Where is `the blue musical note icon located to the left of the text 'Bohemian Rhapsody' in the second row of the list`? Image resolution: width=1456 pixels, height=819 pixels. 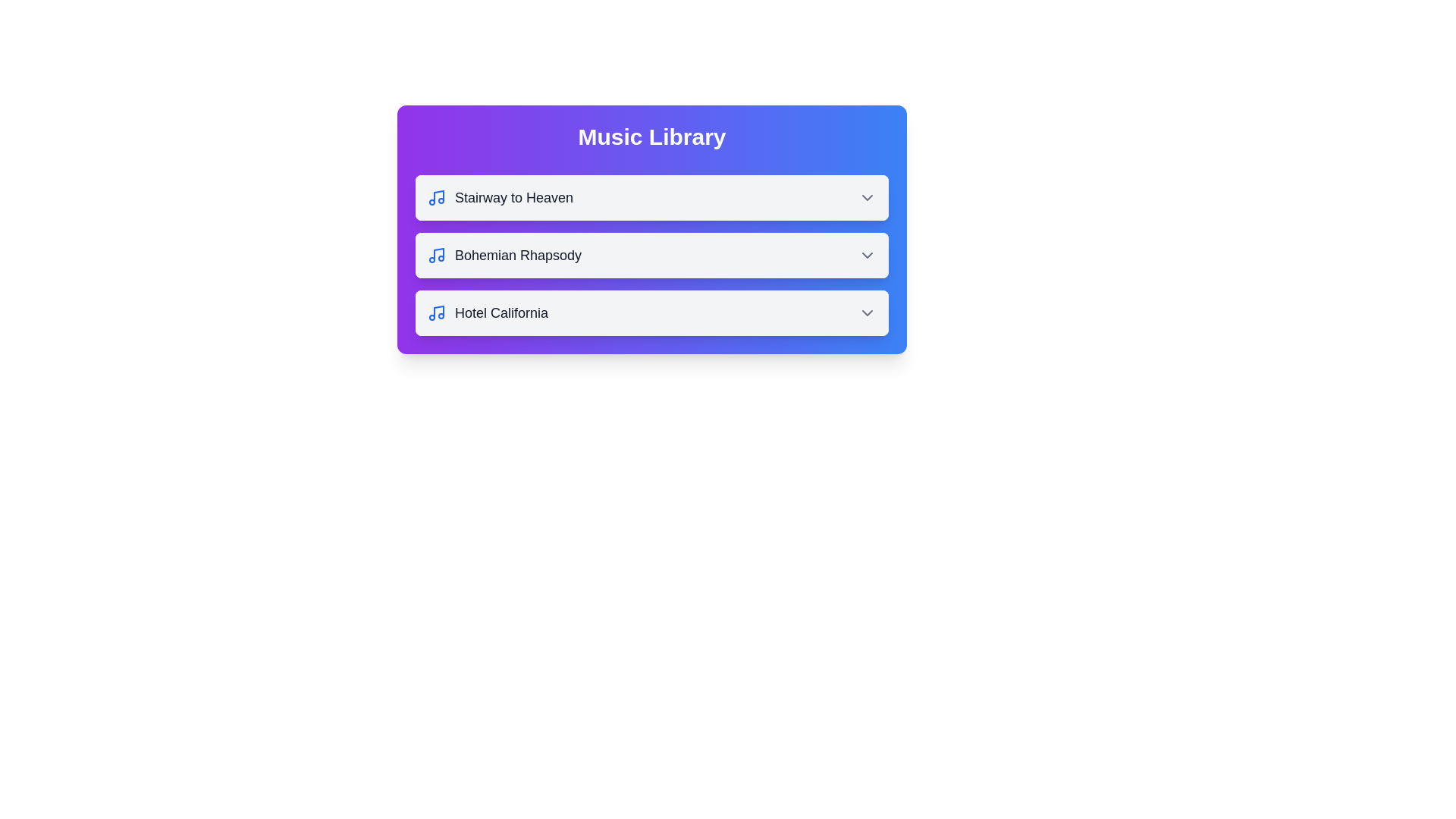
the blue musical note icon located to the left of the text 'Bohemian Rhapsody' in the second row of the list is located at coordinates (436, 254).